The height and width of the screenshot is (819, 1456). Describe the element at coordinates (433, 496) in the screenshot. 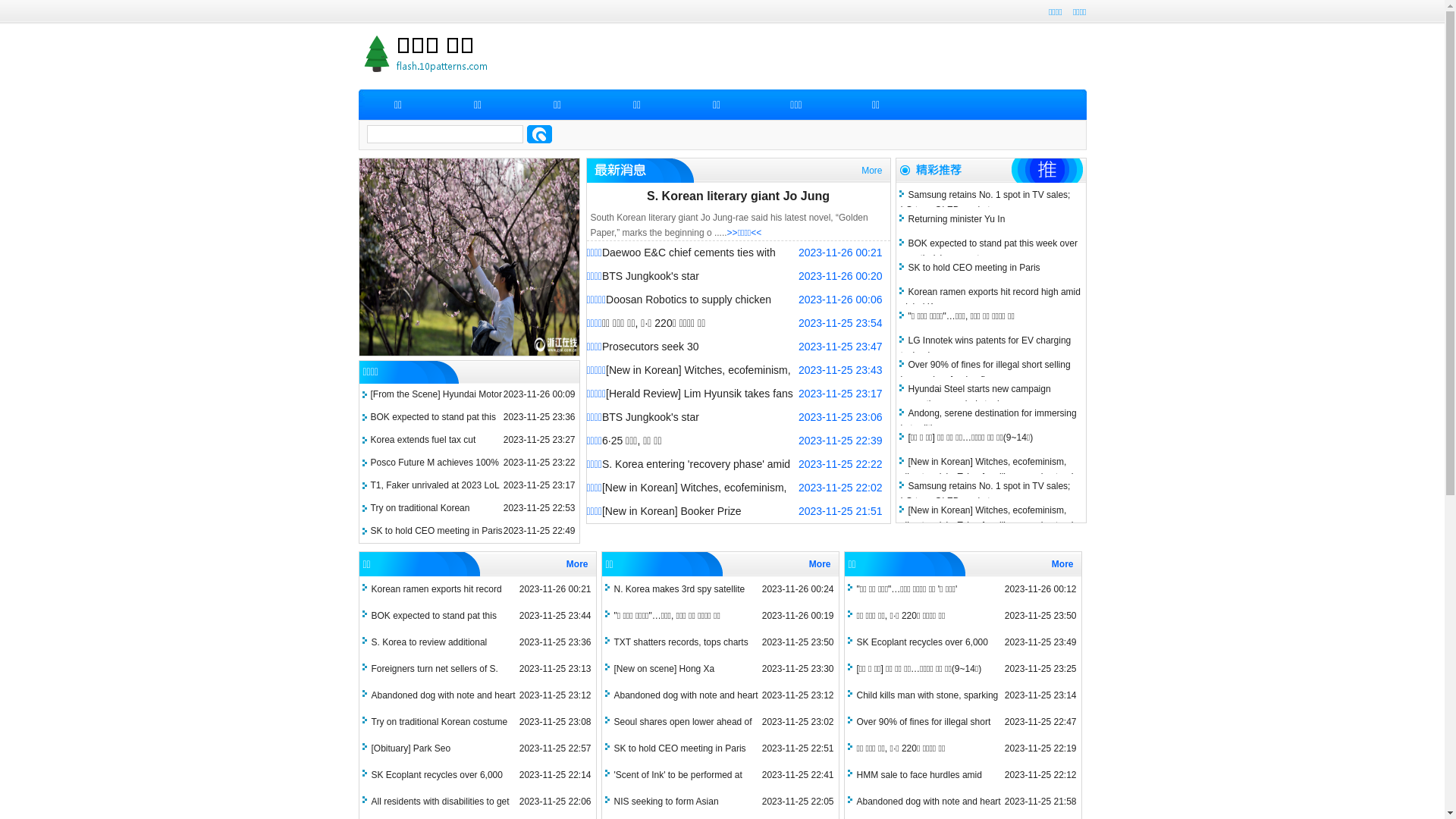

I see `'T1, Faker unrivaled at 2023 LoL World Championship'` at that location.